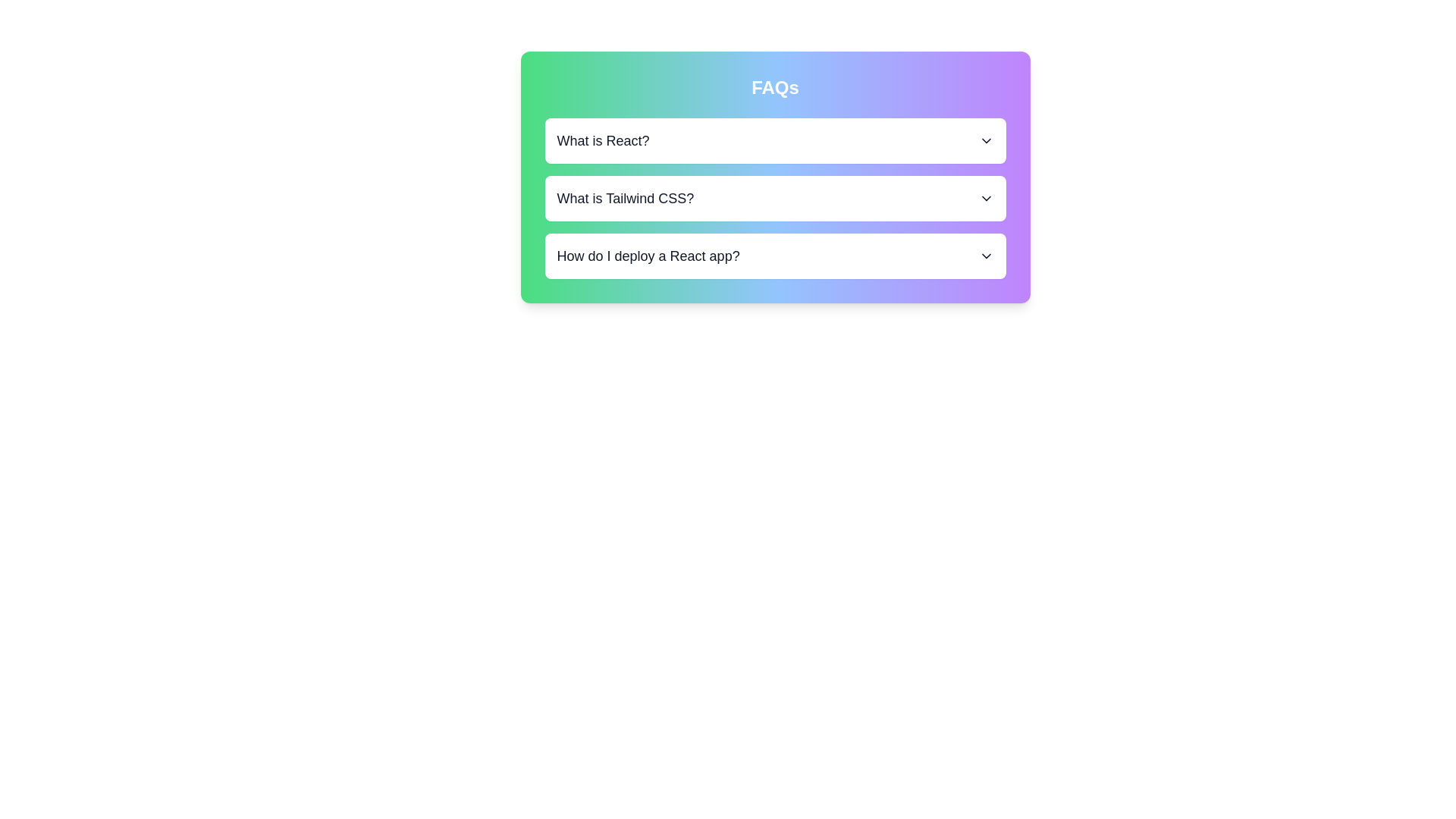  Describe the element at coordinates (775, 198) in the screenshot. I see `the dropdown menu` at that location.